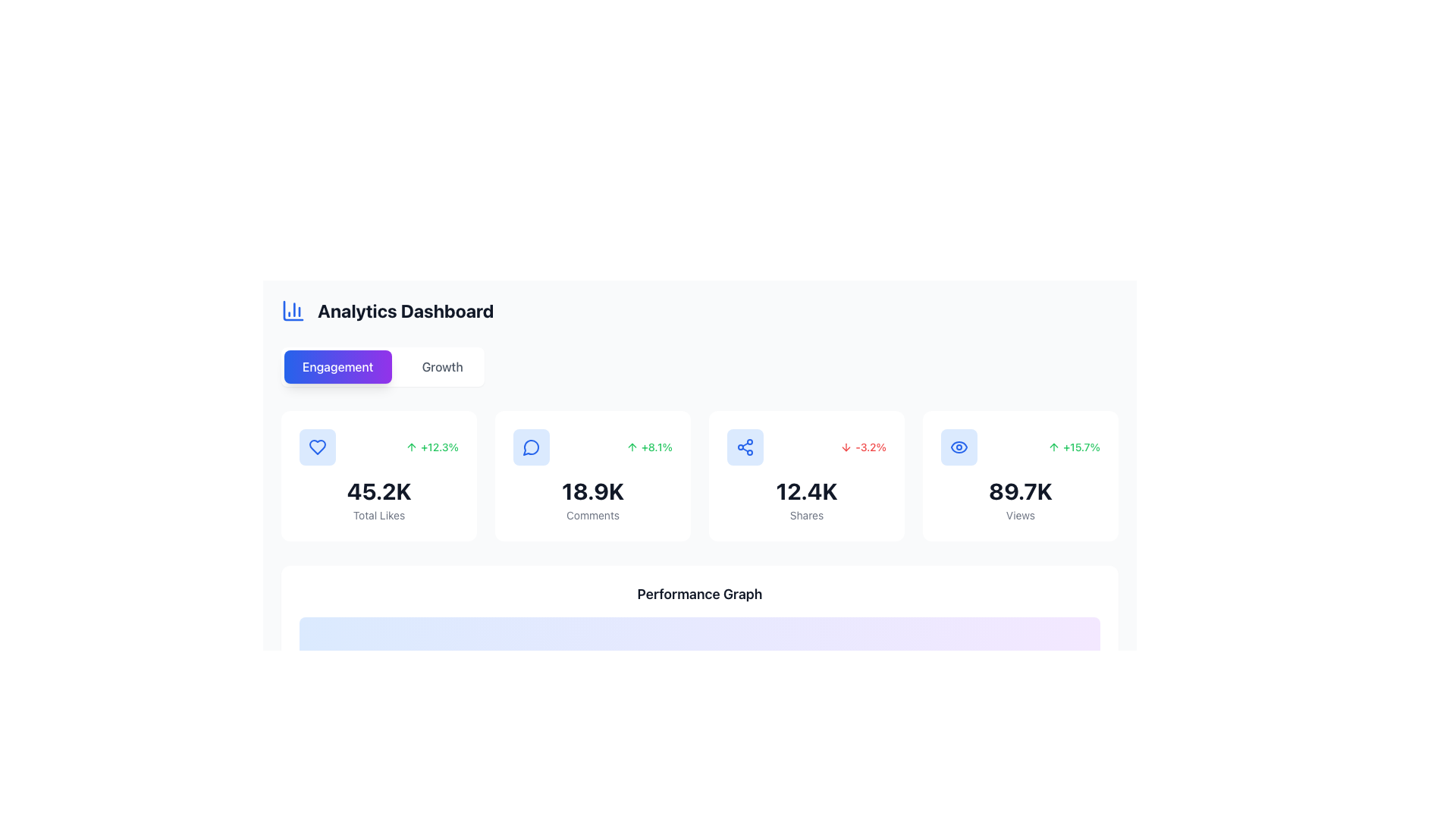 This screenshot has height=819, width=1456. What do you see at coordinates (745, 447) in the screenshot?
I see `the share icon in the light blue rounded rectangle, located in the third card from the left under the 'Engagement' tab, near the '12.4K Shares' text` at bounding box center [745, 447].